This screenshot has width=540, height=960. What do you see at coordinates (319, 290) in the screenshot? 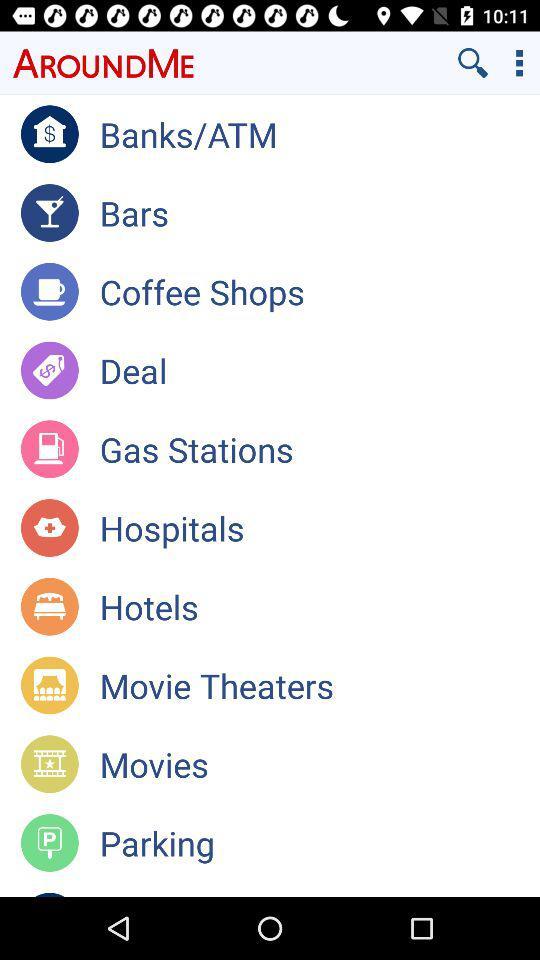
I see `item below bars item` at bounding box center [319, 290].